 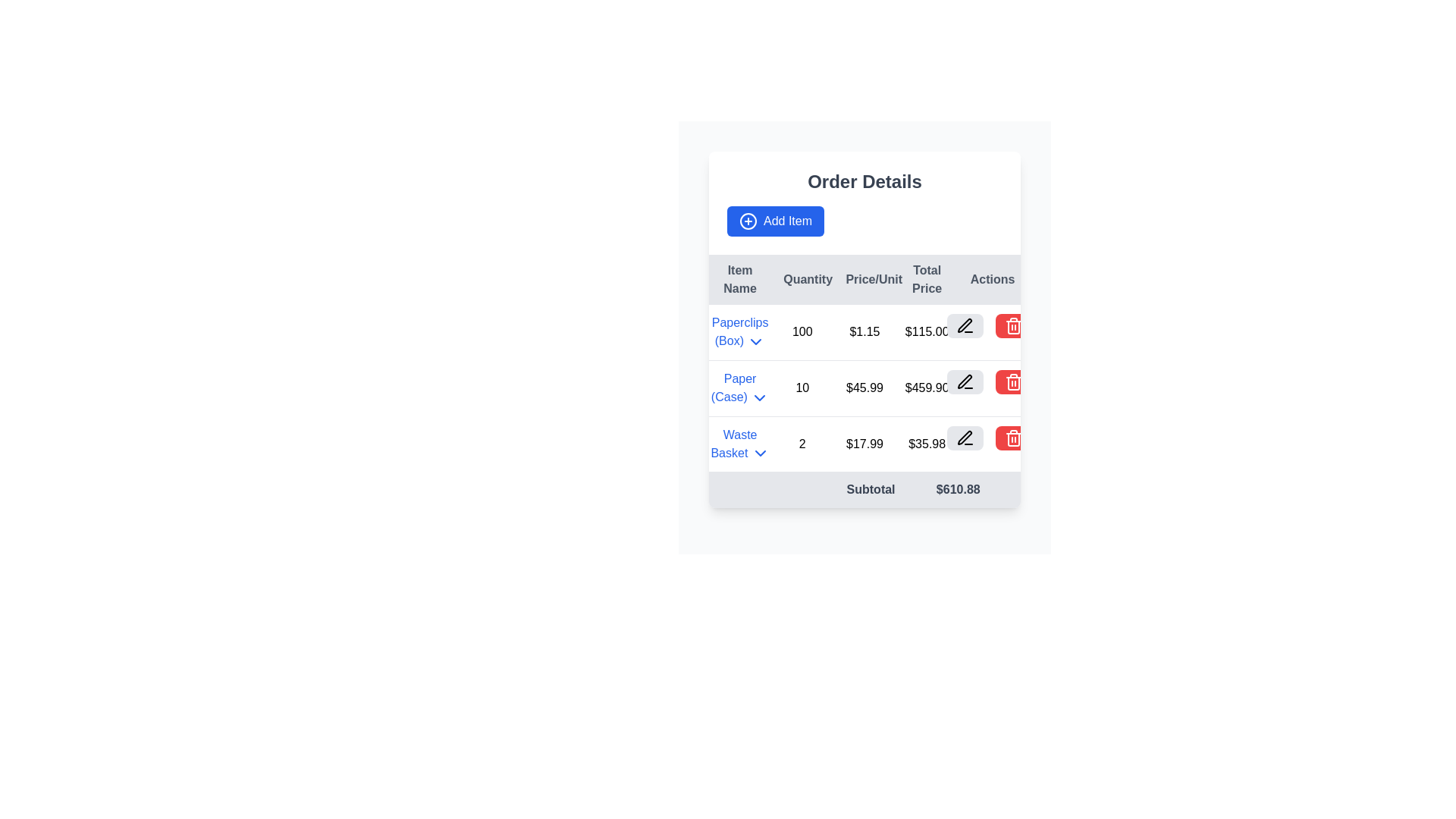 I want to click on the delete button located in the 'Actions' column of the table, so click(x=1013, y=381).